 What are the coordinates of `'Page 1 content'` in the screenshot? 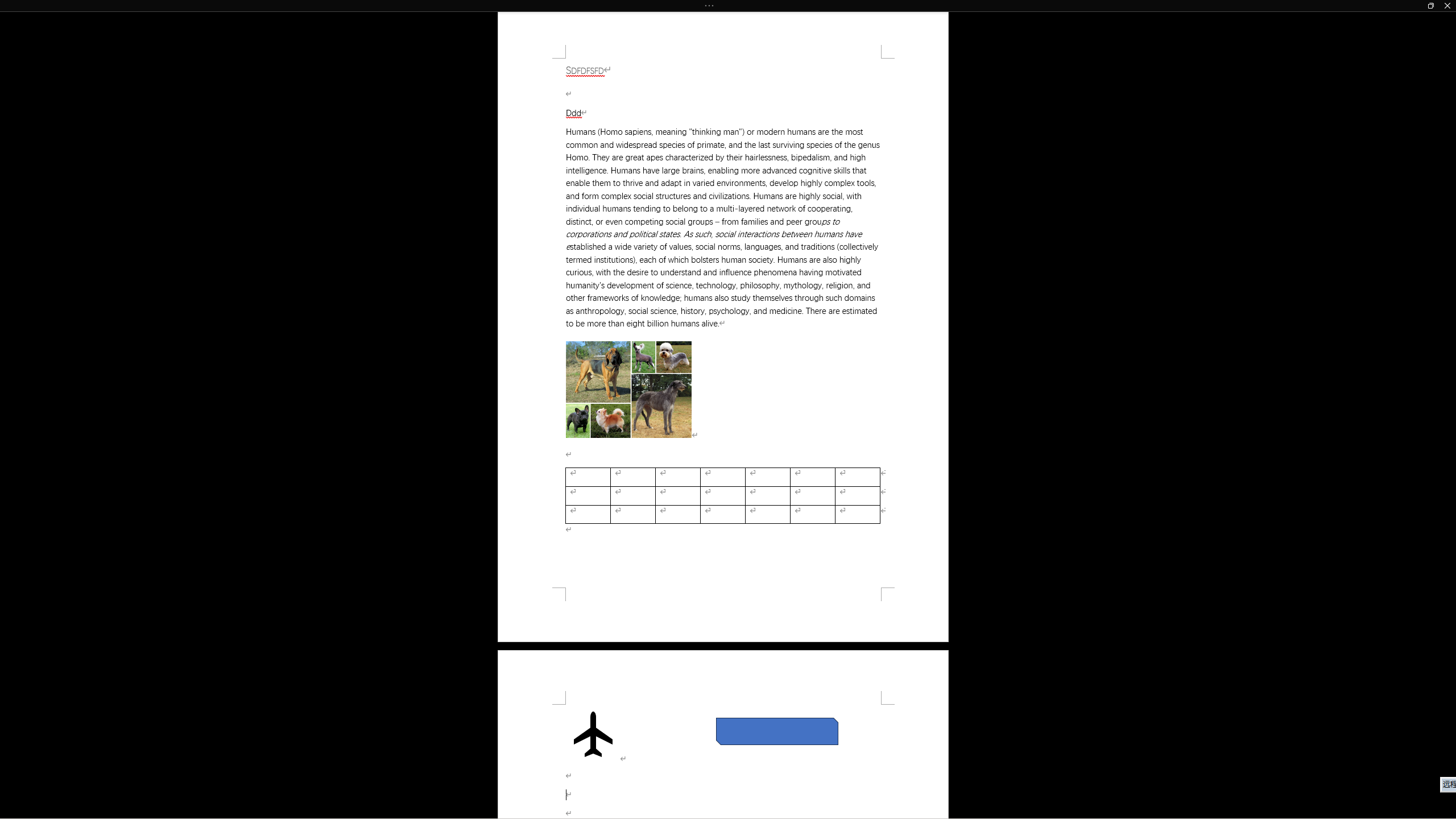 It's located at (723, 322).